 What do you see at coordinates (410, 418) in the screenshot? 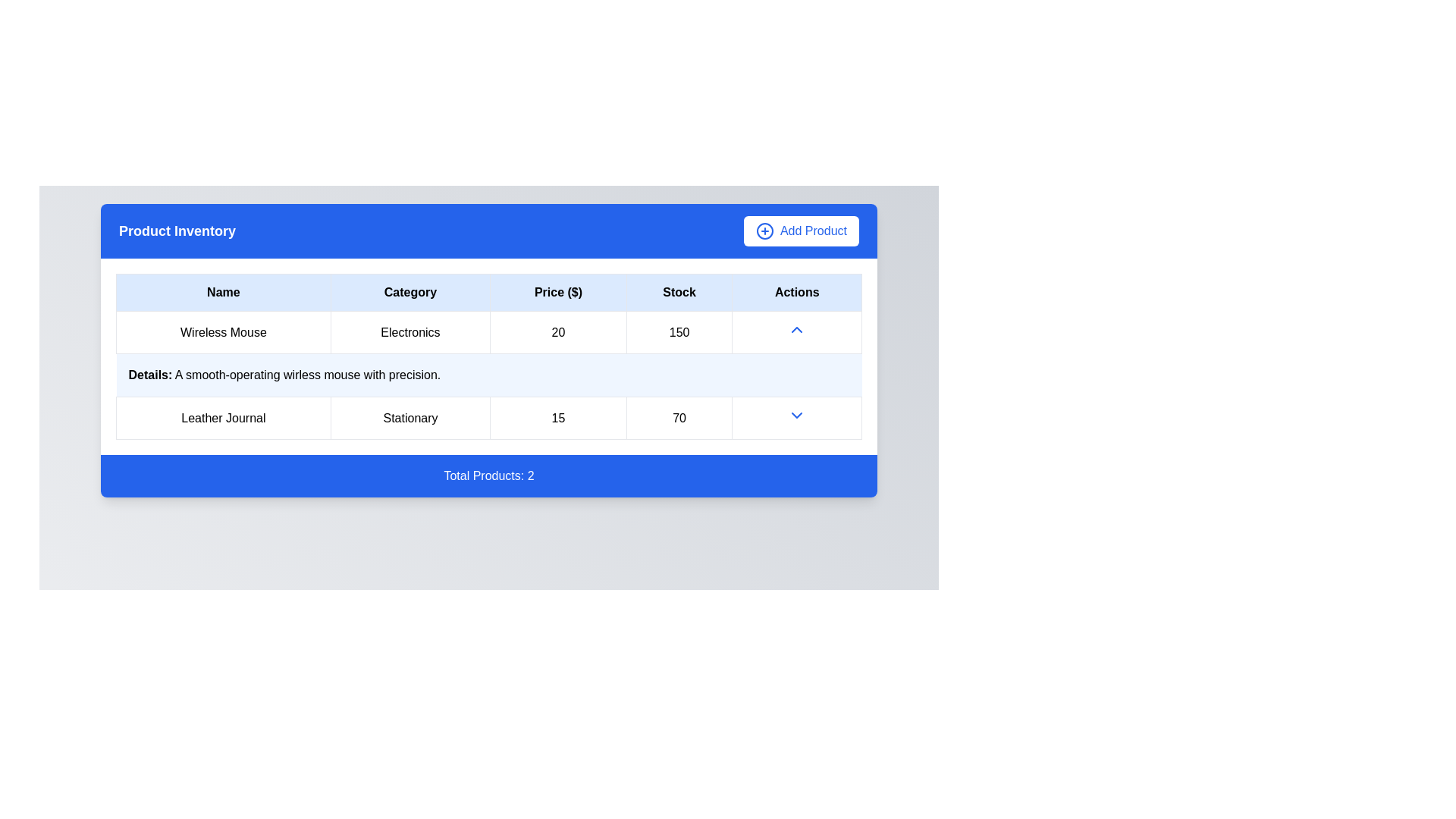
I see `the Text display element that serves as a categorical label for the associated item in the grid, located as the second cell in the row following 'Leather Journal' and preceding '15'` at bounding box center [410, 418].